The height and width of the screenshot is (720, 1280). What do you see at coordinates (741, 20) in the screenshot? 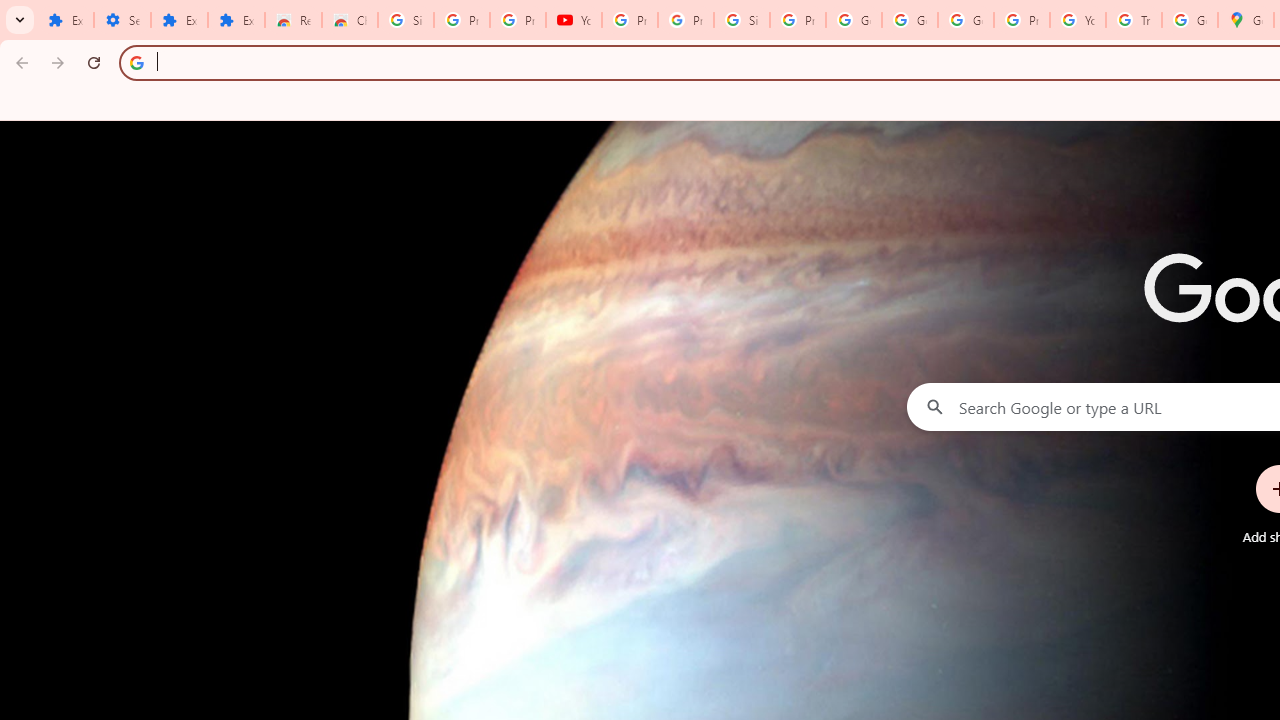
I see `'Sign in - Google Accounts'` at bounding box center [741, 20].